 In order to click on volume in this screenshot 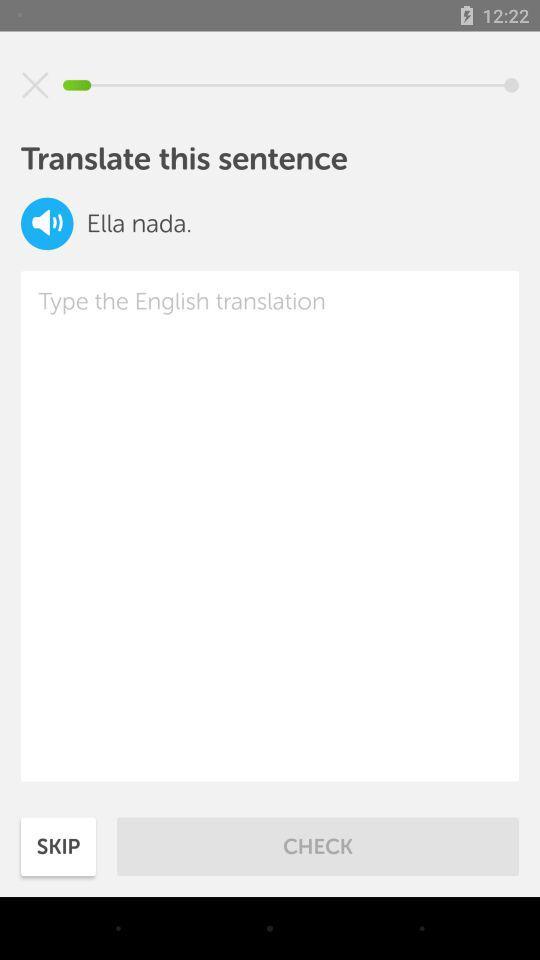, I will do `click(47, 223)`.